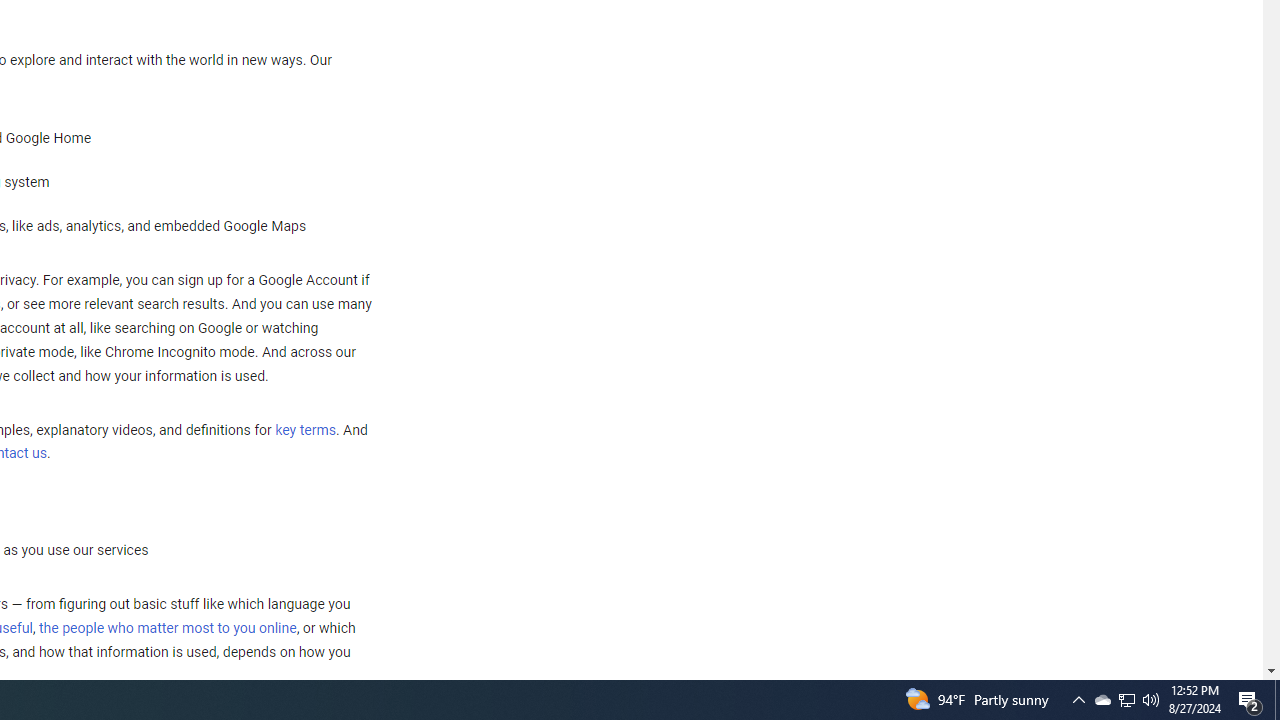  What do you see at coordinates (304, 429) in the screenshot?
I see `'key terms'` at bounding box center [304, 429].